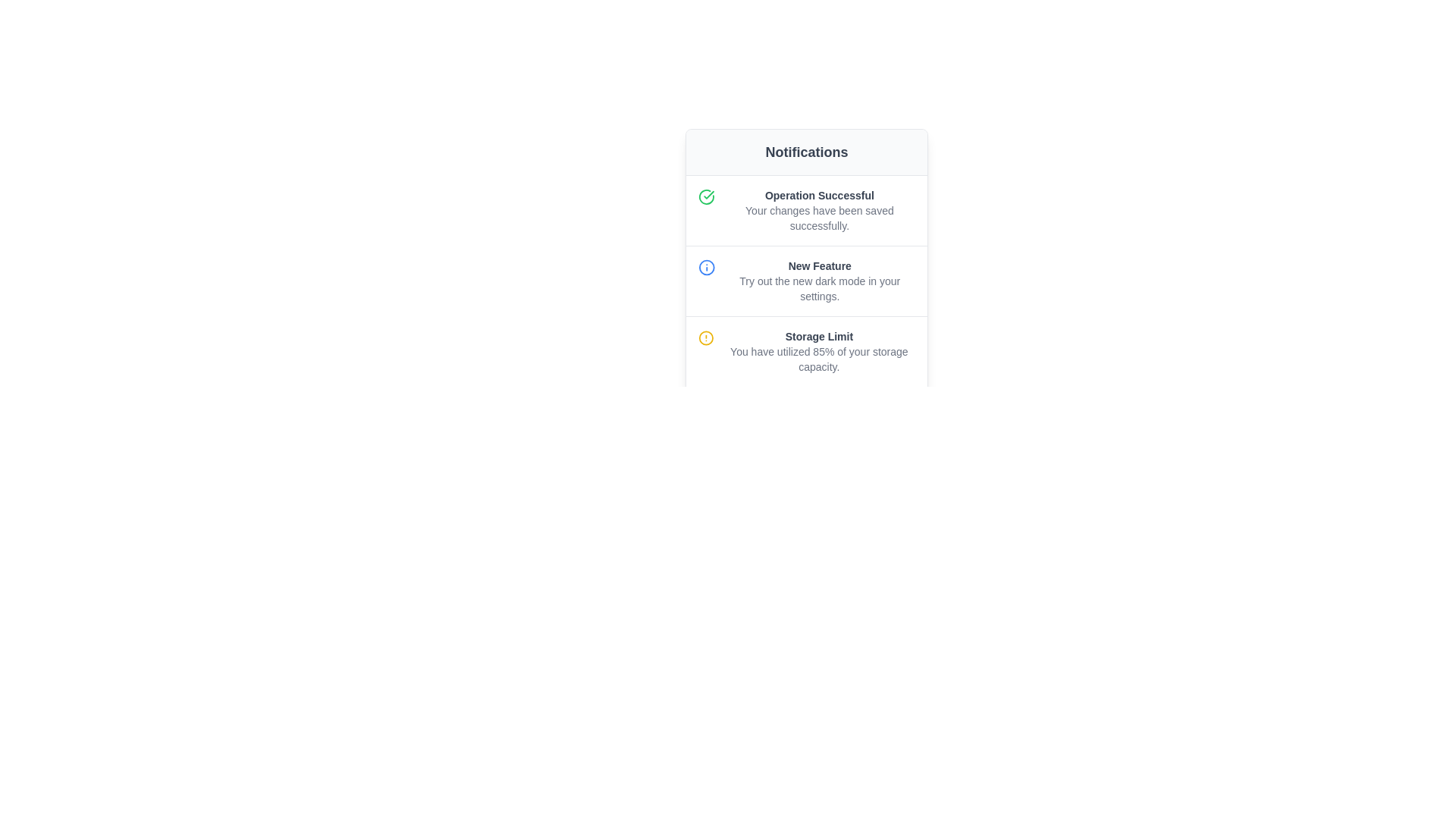 The image size is (1456, 819). I want to click on the Text Element that conveys information about the newly available dark mode option, positioned centrally in the notification box as the second item, so click(819, 281).